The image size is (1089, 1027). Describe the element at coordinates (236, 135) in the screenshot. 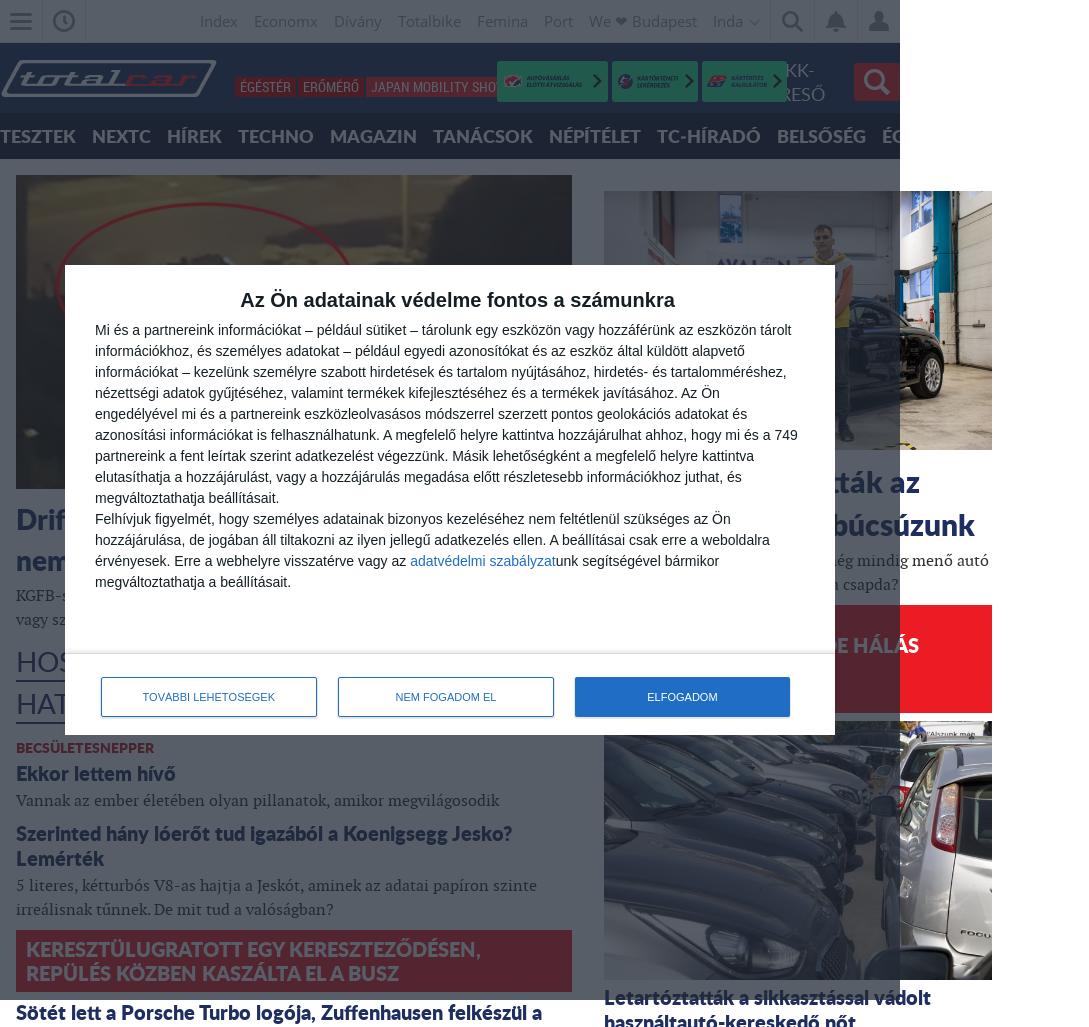

I see `'Techno'` at that location.